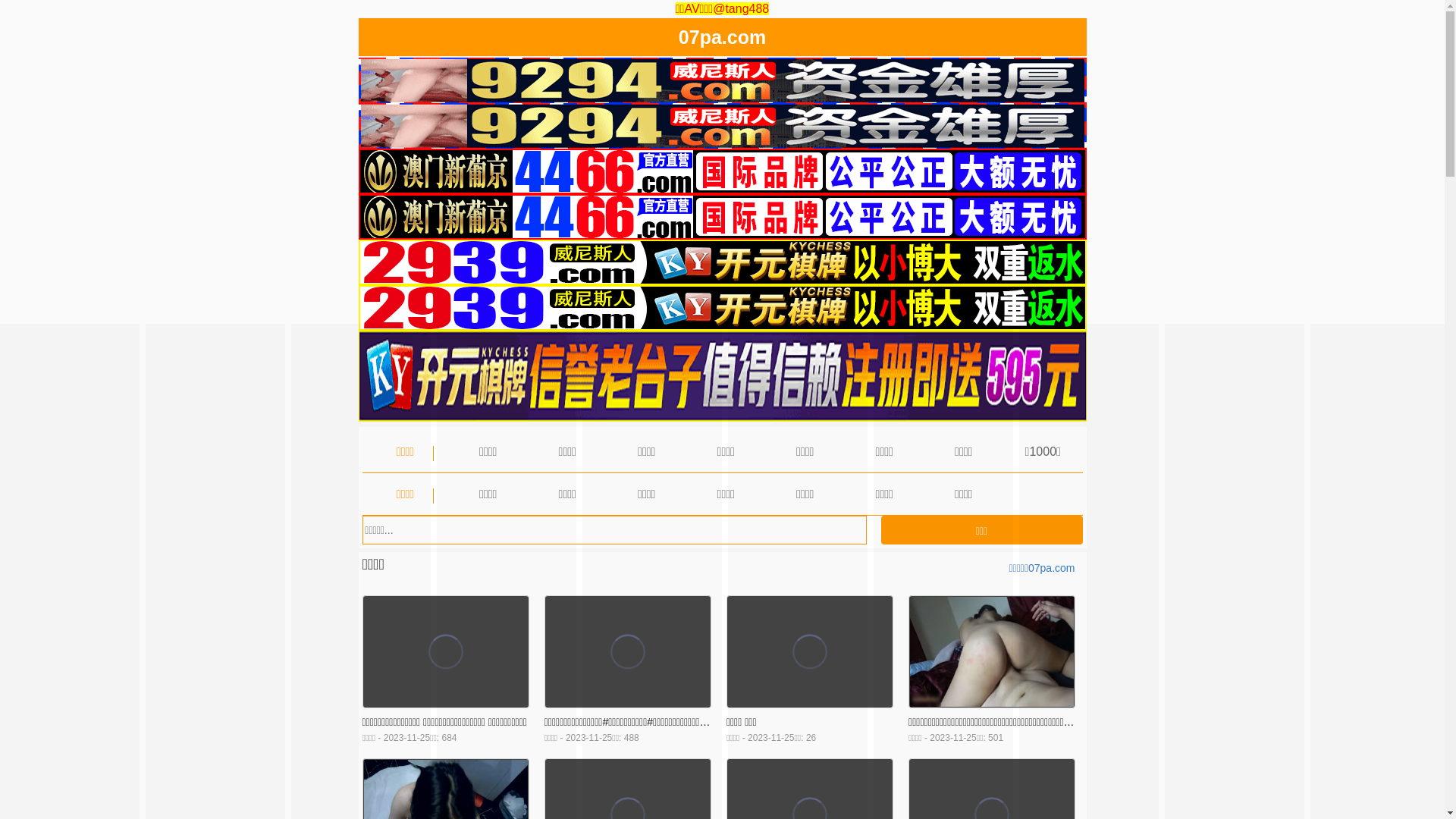  I want to click on '07pa.com', so click(677, 39).